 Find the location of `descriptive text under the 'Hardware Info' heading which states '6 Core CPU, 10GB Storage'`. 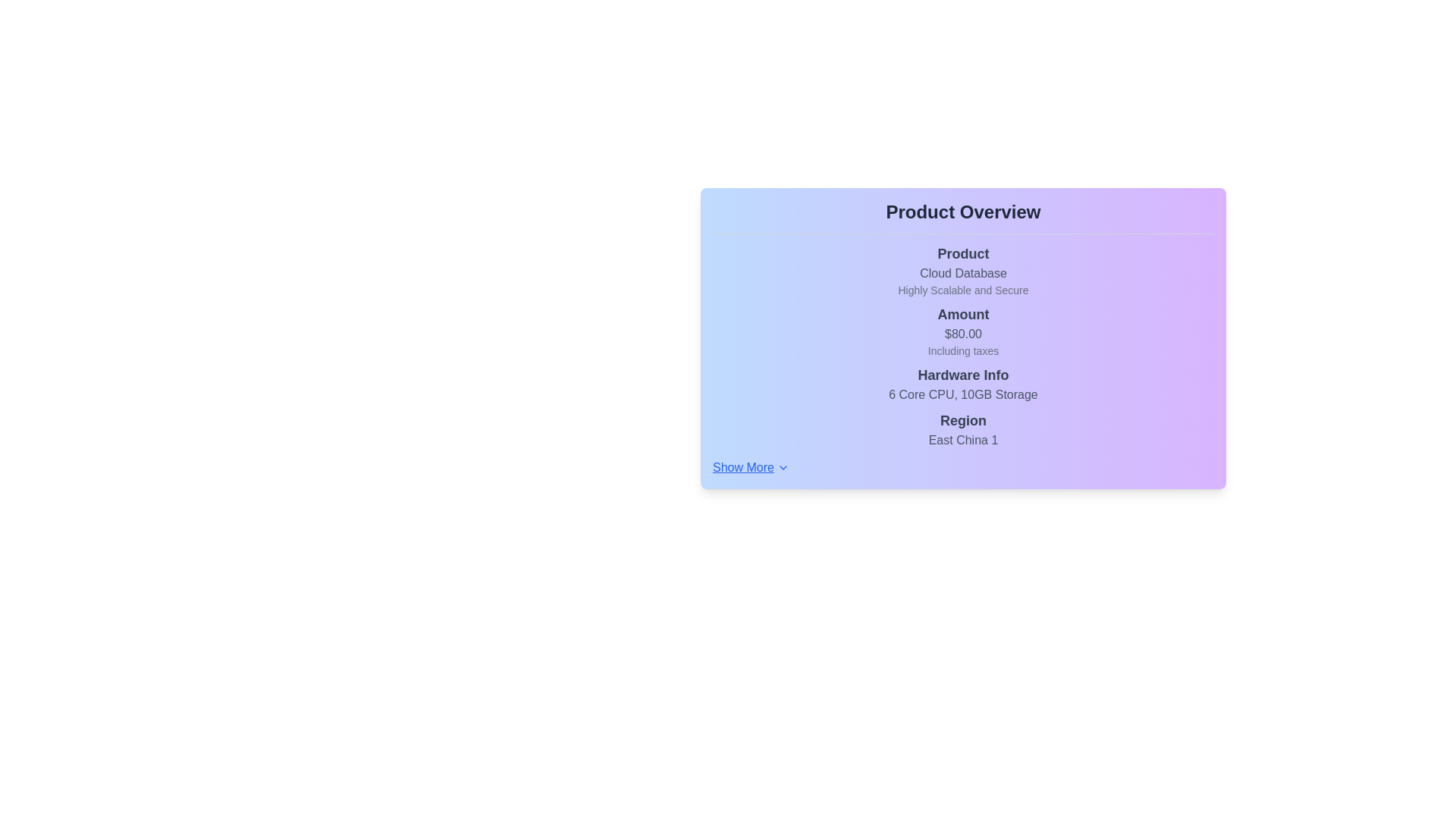

descriptive text under the 'Hardware Info' heading which states '6 Core CPU, 10GB Storage' is located at coordinates (962, 383).